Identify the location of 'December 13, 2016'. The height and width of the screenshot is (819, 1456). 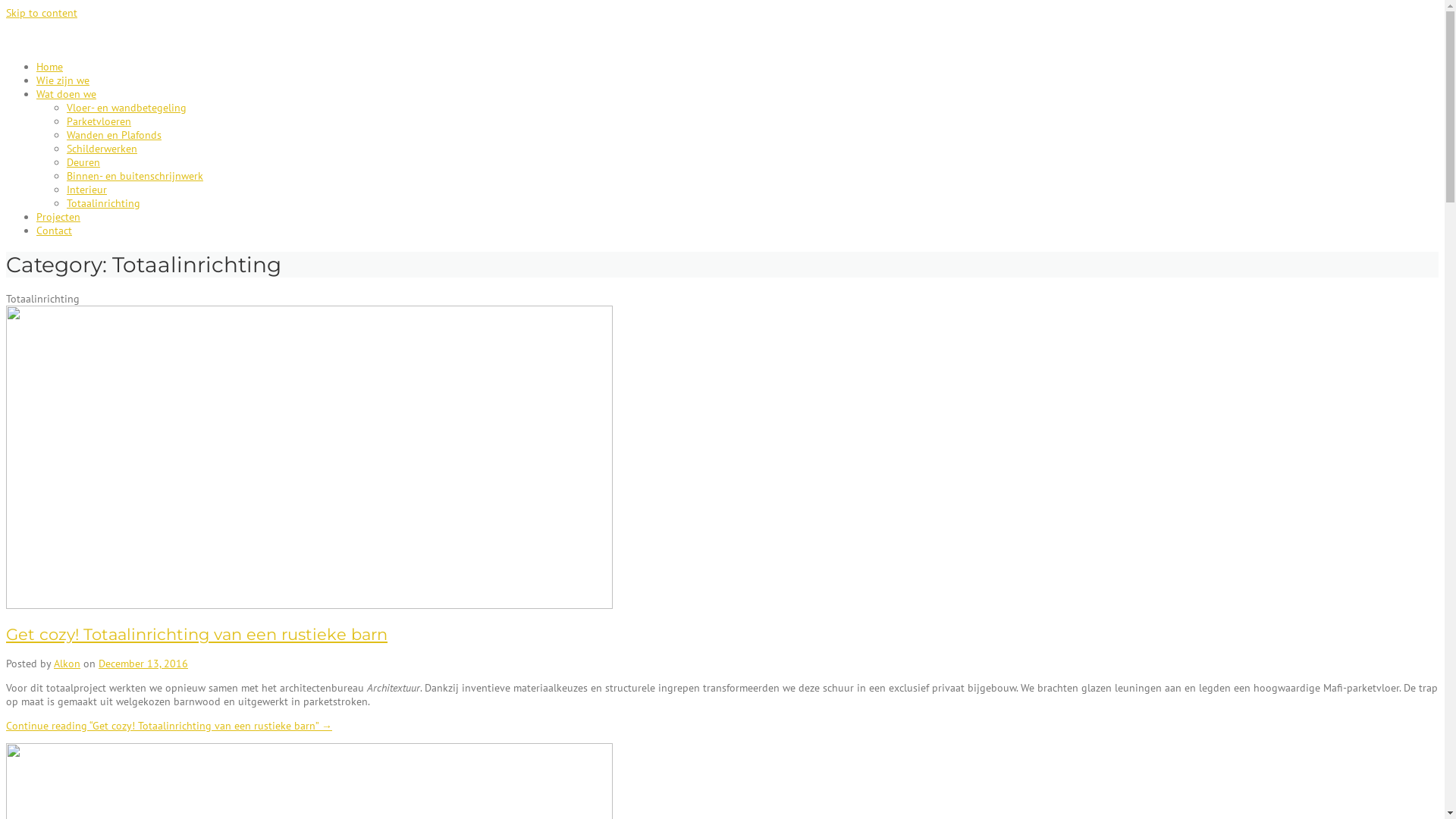
(143, 663).